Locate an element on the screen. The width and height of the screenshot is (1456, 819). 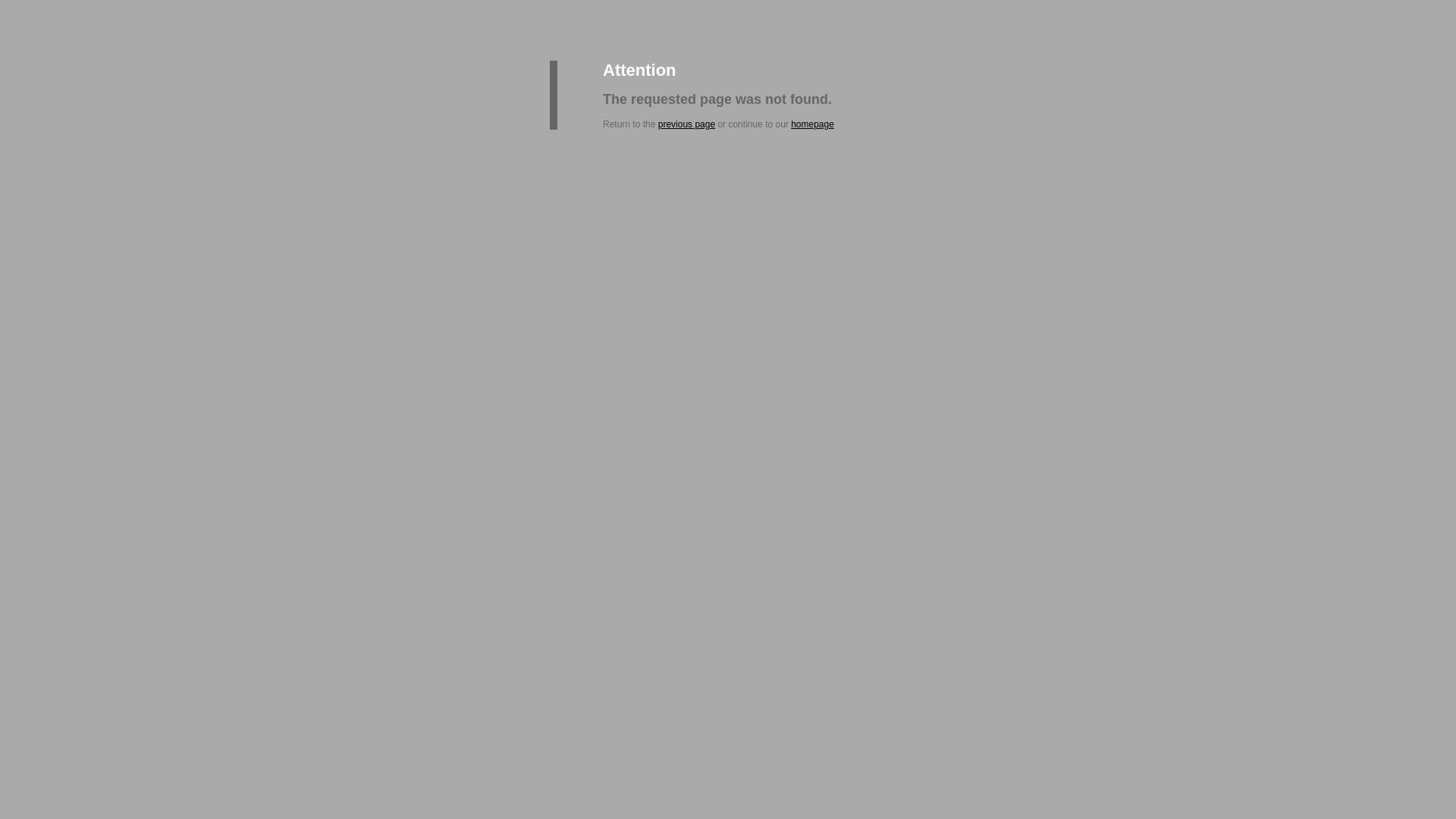
'homepage' is located at coordinates (811, 124).